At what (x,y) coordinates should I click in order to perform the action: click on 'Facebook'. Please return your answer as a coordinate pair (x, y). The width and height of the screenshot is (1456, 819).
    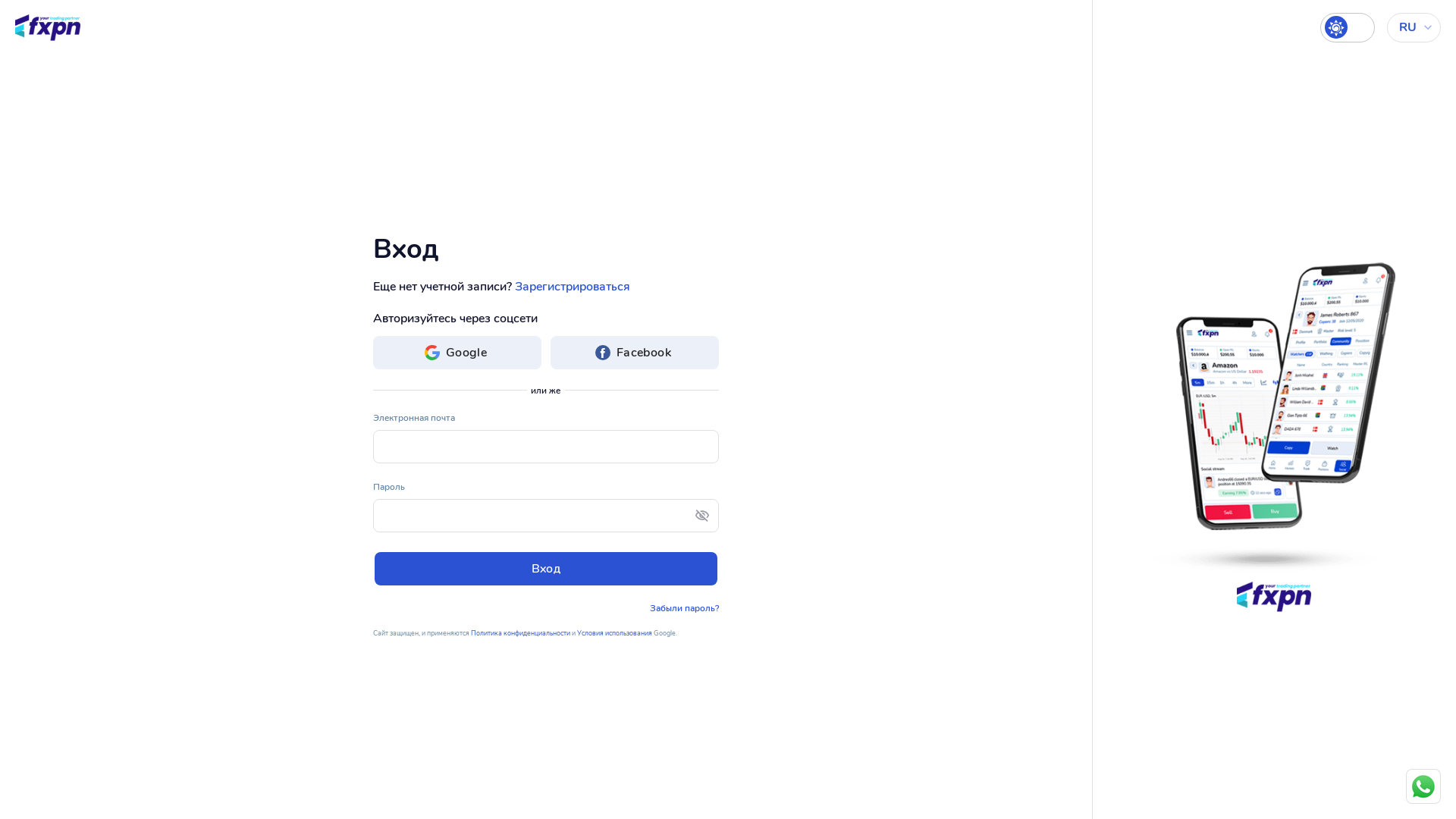
    Looking at the image, I should click on (634, 353).